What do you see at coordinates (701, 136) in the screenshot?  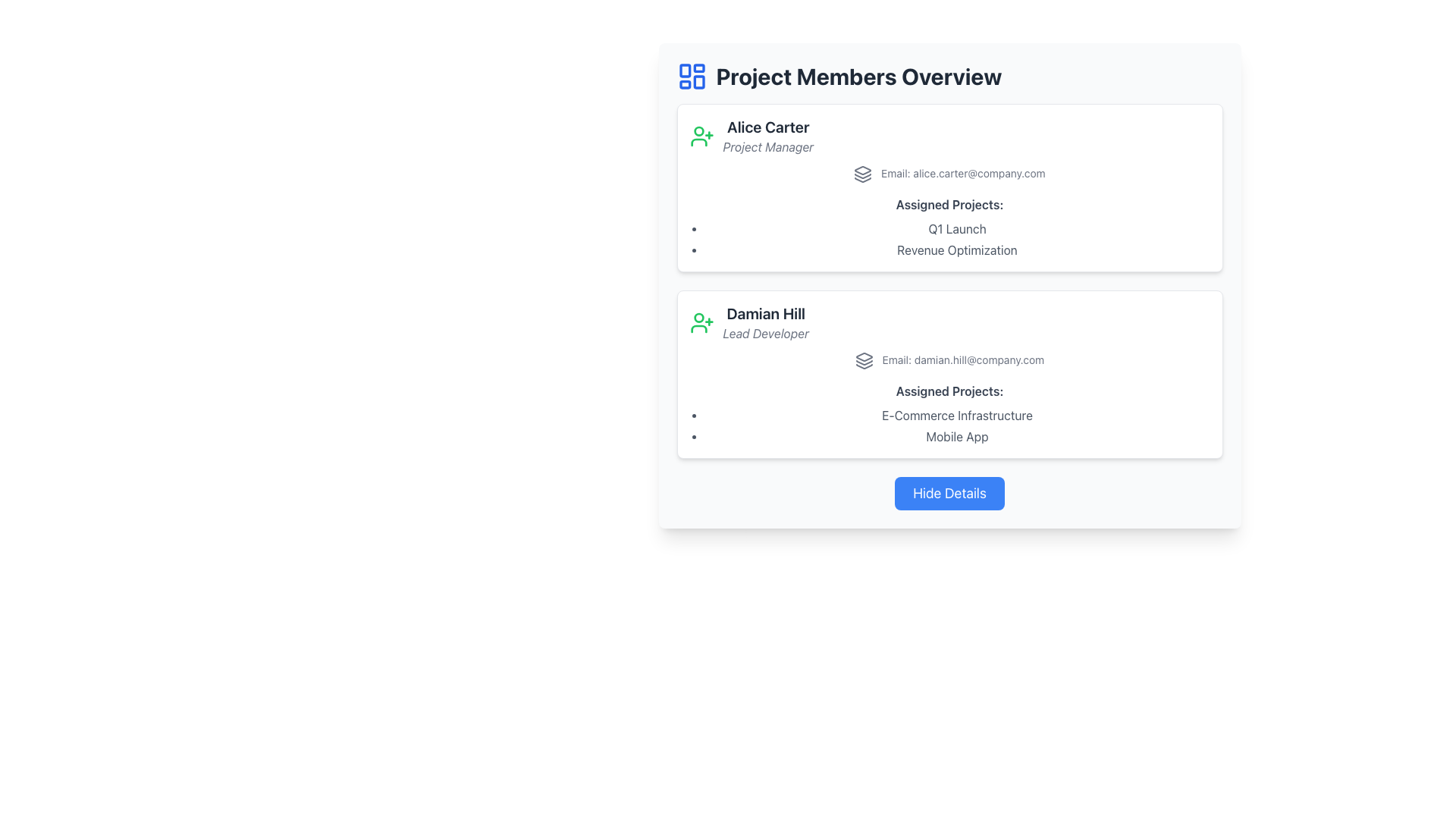 I see `the green SVG icon displaying a user silhouette with a plus sign associated with 'Alice Carter'` at bounding box center [701, 136].